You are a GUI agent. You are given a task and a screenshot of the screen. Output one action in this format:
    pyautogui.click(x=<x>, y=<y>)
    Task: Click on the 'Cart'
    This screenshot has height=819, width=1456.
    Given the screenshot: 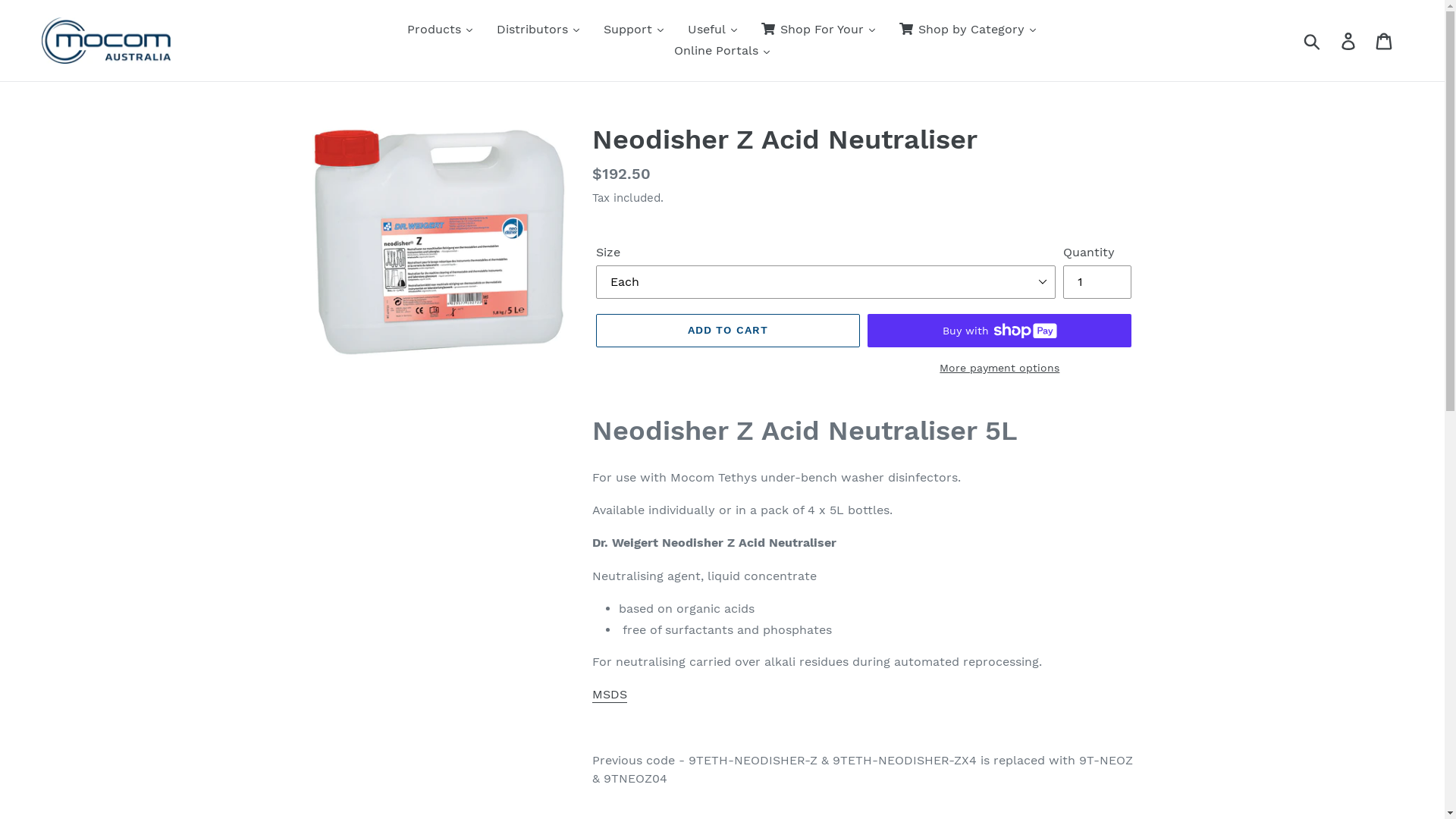 What is the action you would take?
    pyautogui.click(x=1367, y=39)
    